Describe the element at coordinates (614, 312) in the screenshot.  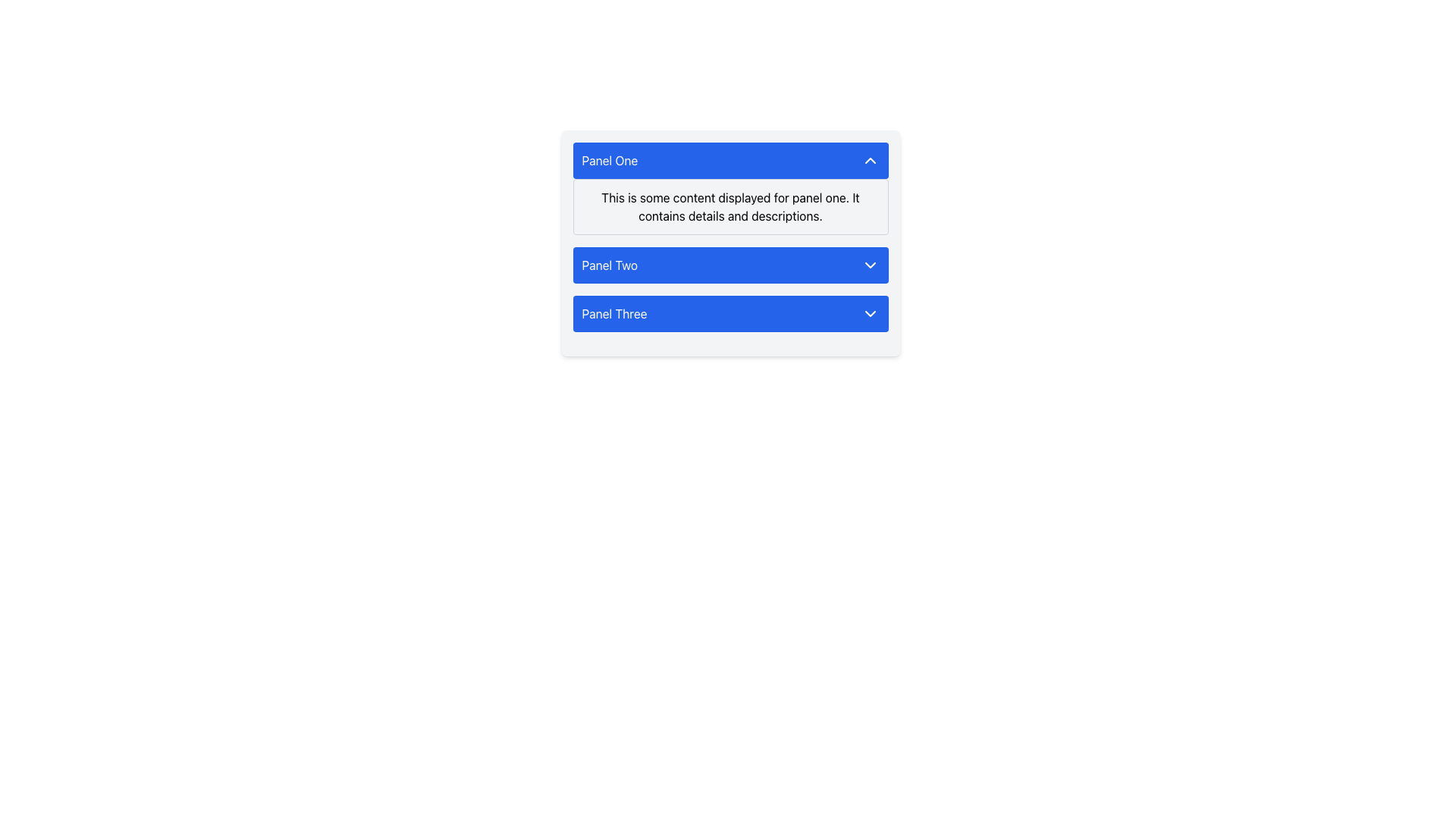
I see `text label indicating the identifier of the collapsible section labeled 'Panel Three' located at the bottom section of the grouped panel navigation layout, adjacent to a chevron icon` at that location.